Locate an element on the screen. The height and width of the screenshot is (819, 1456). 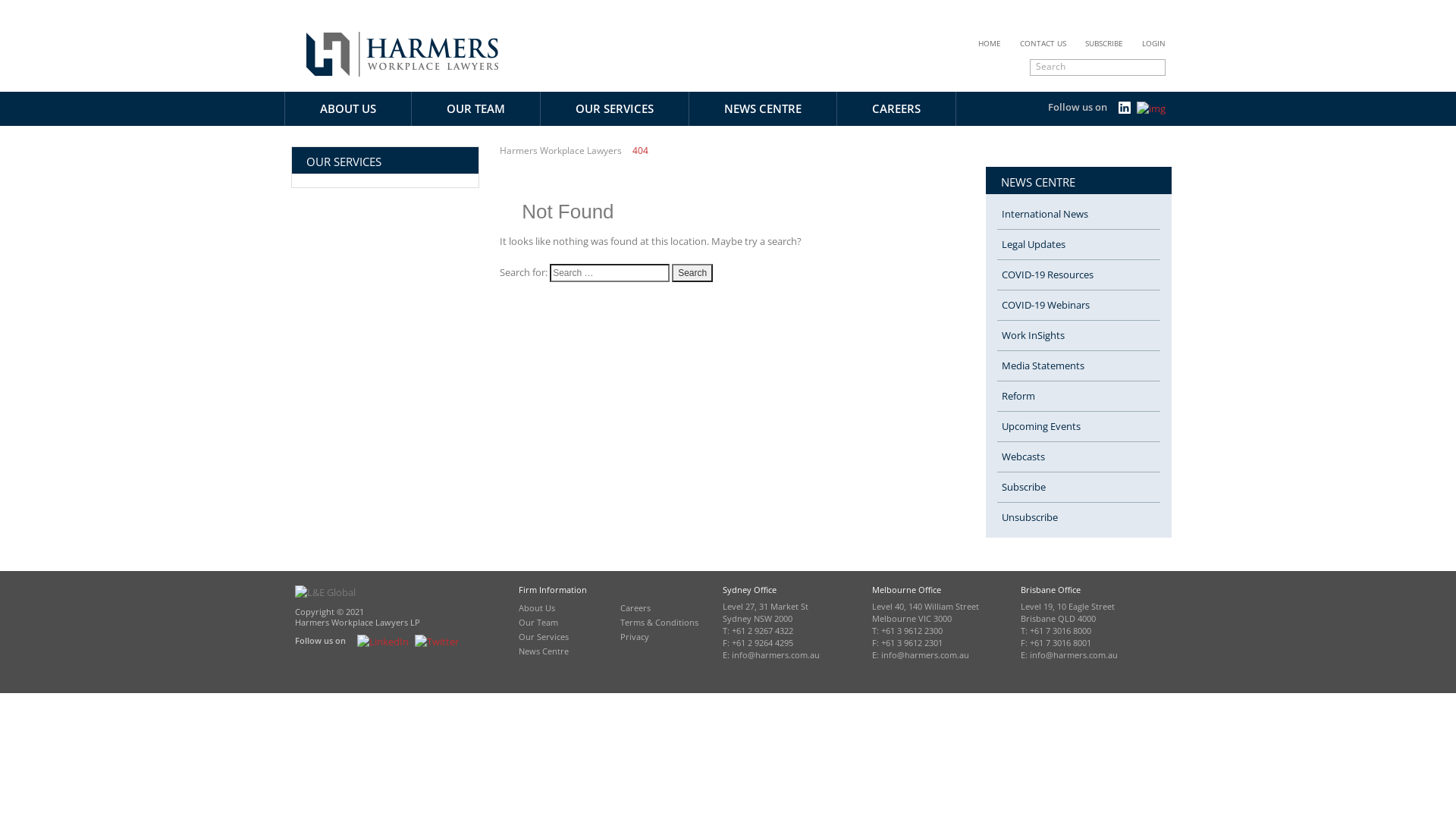
'Privacy' is located at coordinates (620, 636).